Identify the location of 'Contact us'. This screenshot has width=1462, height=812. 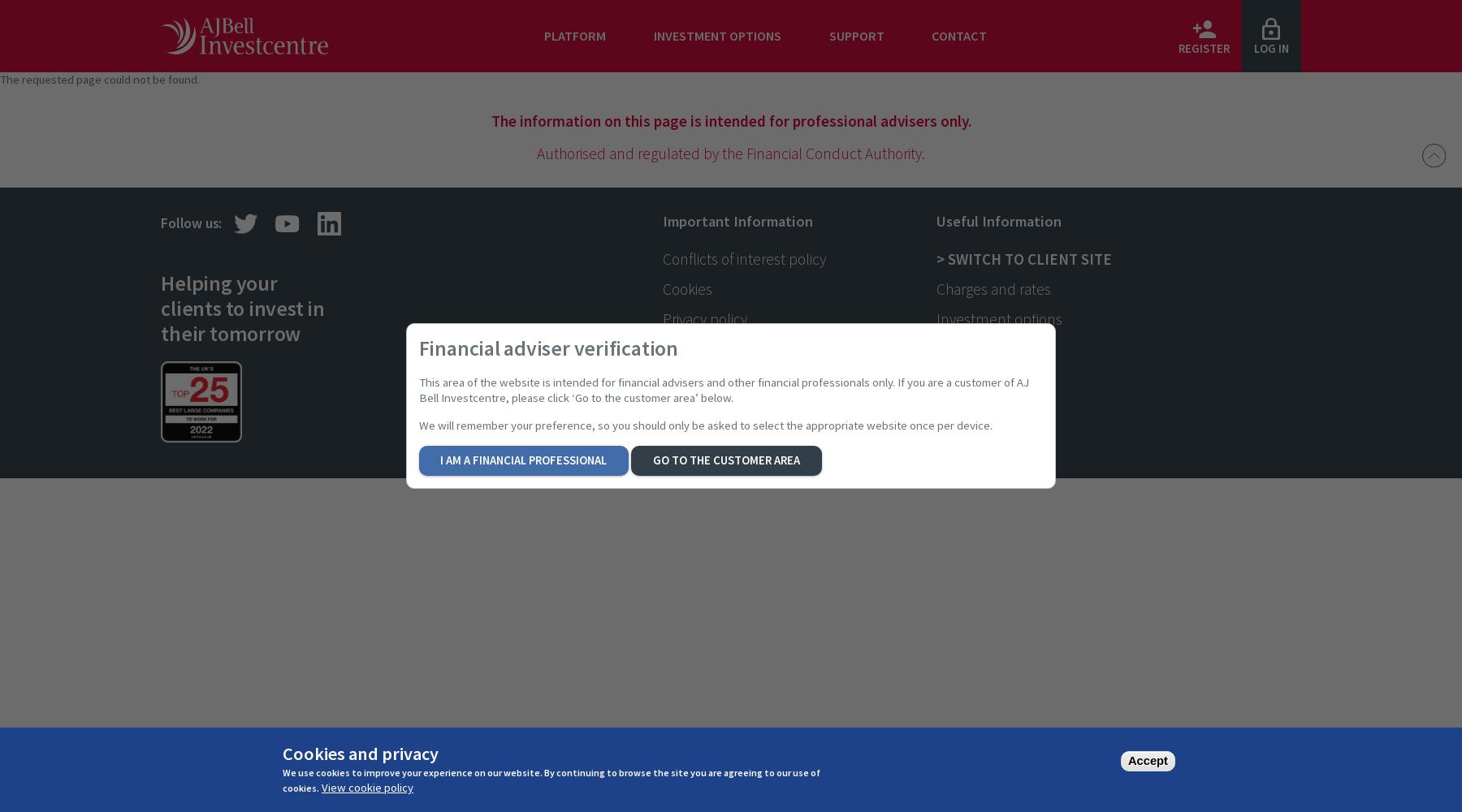
(969, 348).